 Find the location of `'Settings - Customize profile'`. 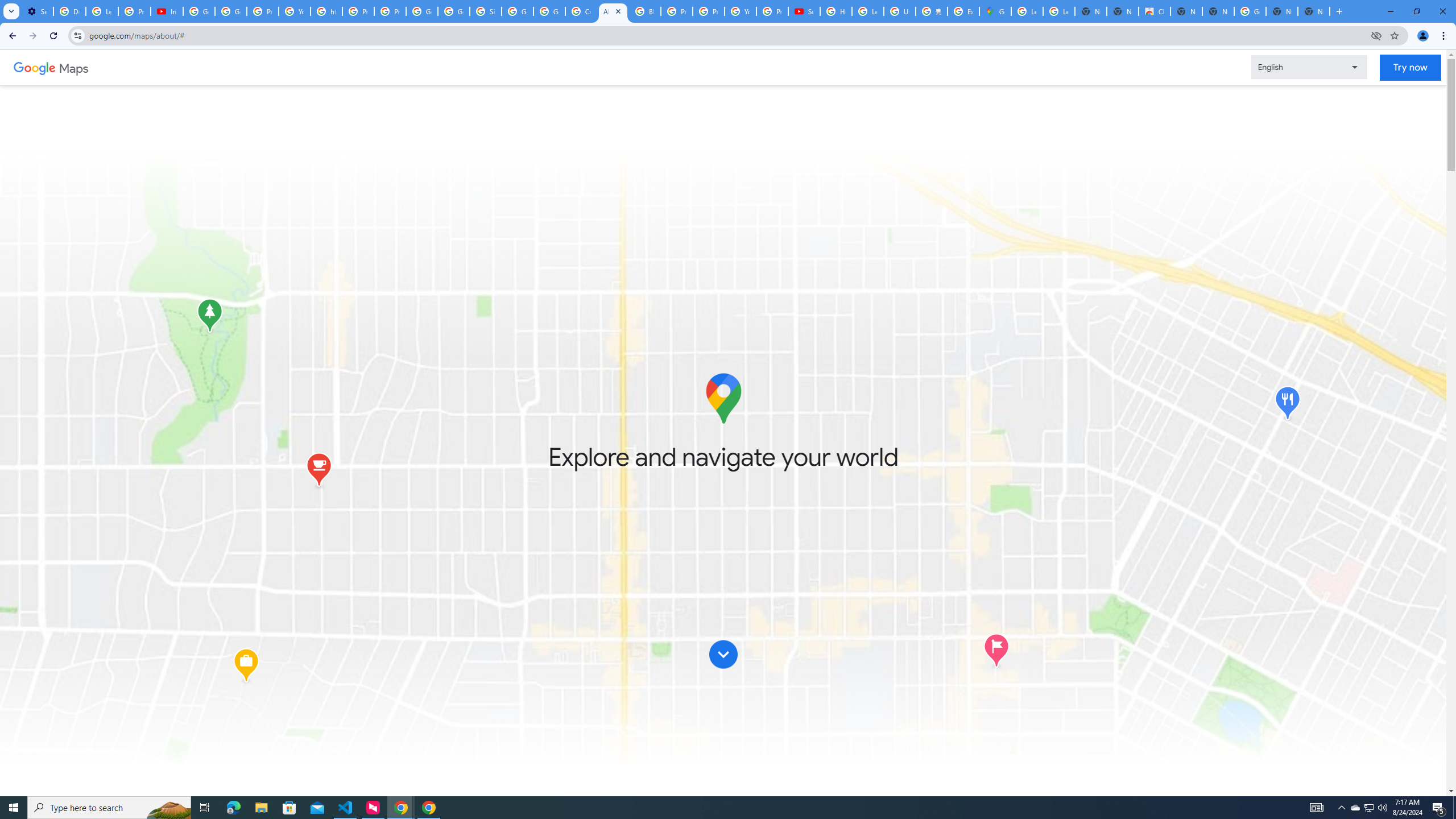

'Settings - Customize profile' is located at coordinates (37, 11).